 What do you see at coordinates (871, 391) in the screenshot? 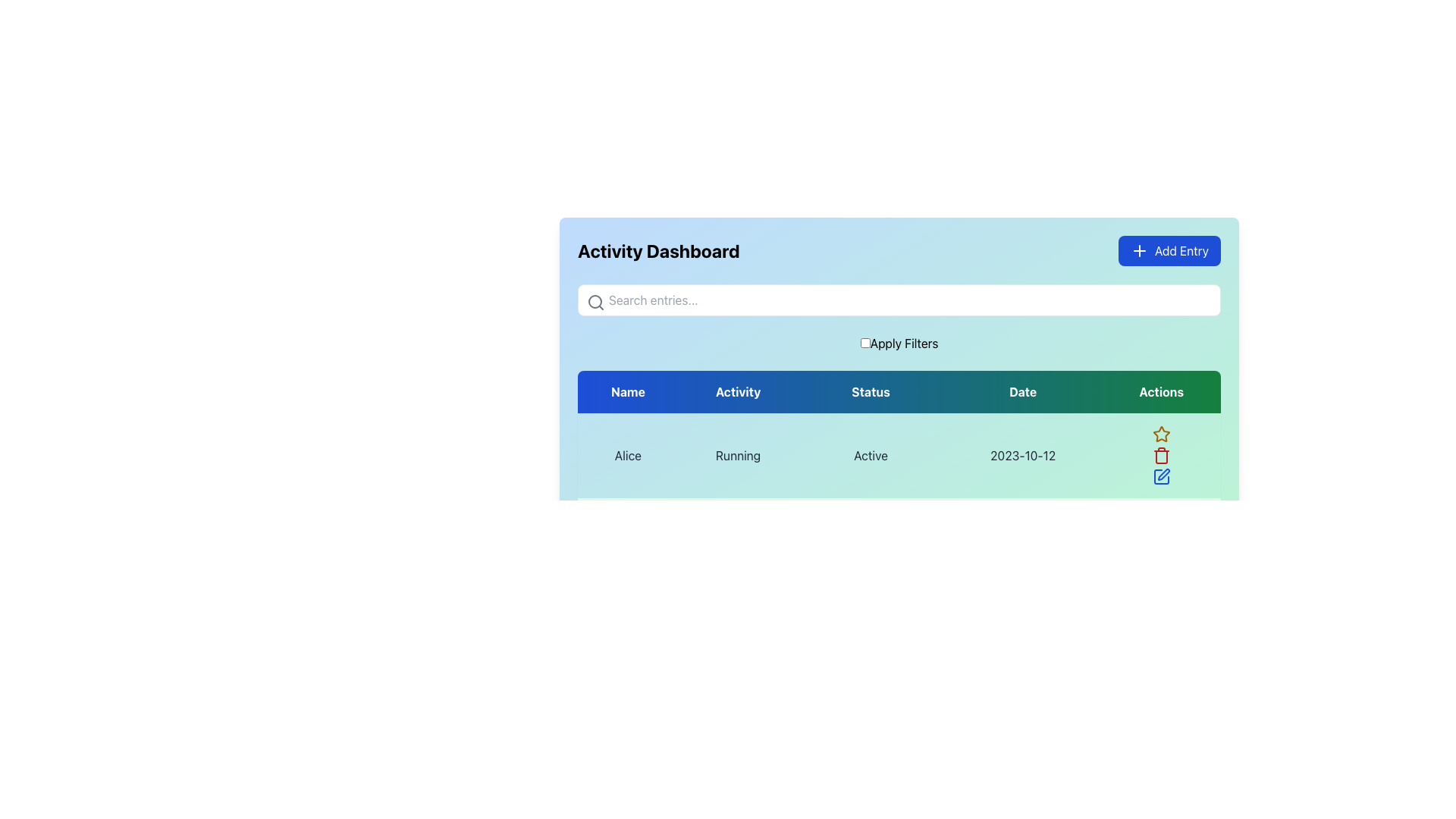
I see `the third column header in the table that indicates the statuses related to the listed items, positioned between 'Activity' and 'Date'` at bounding box center [871, 391].